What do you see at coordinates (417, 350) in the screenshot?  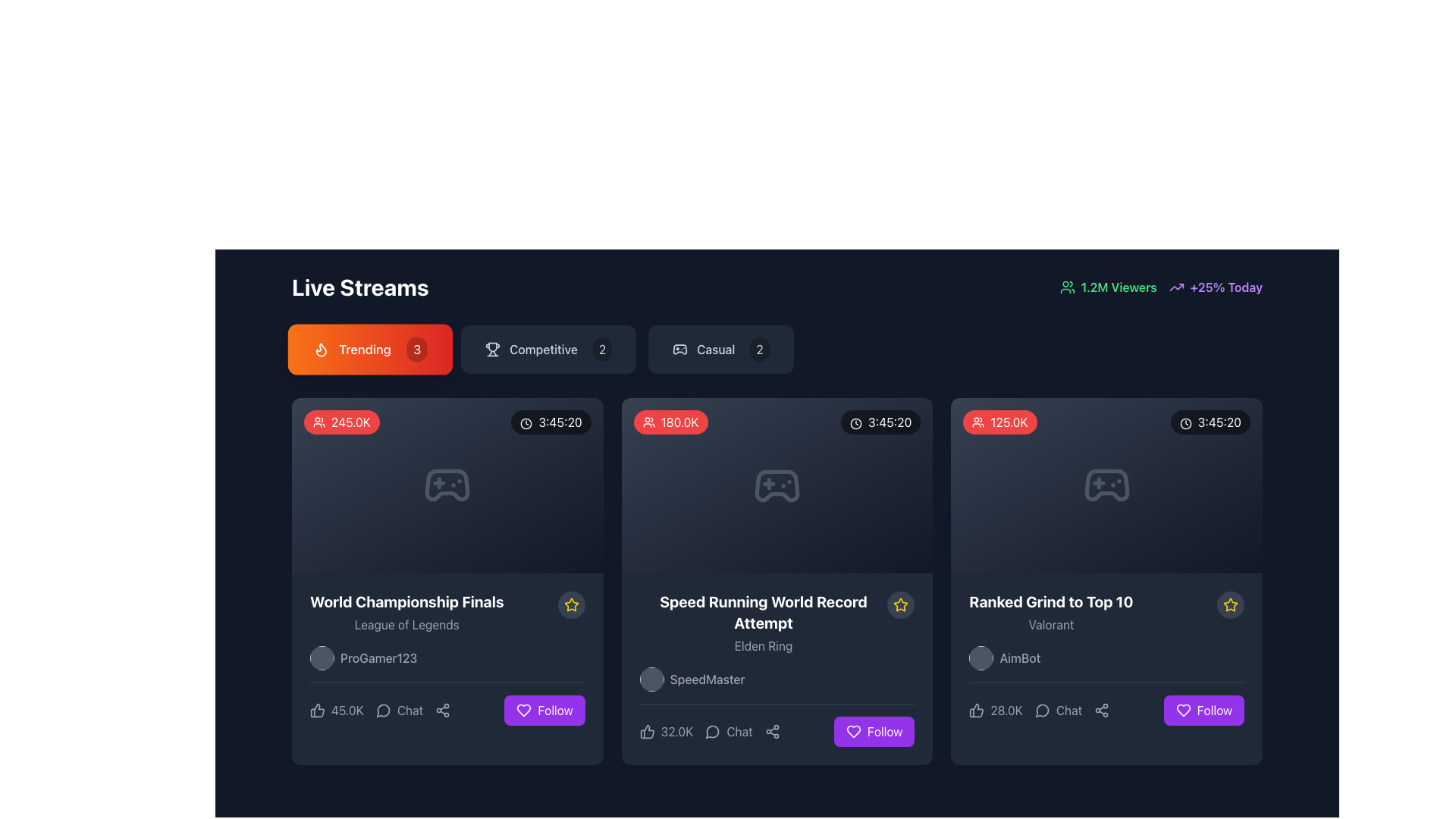 I see `counter value displayed on the circular badge with the number '3' in white text over a semi-transparent black background, located in the top-right corner of the 'Trending' button` at bounding box center [417, 350].